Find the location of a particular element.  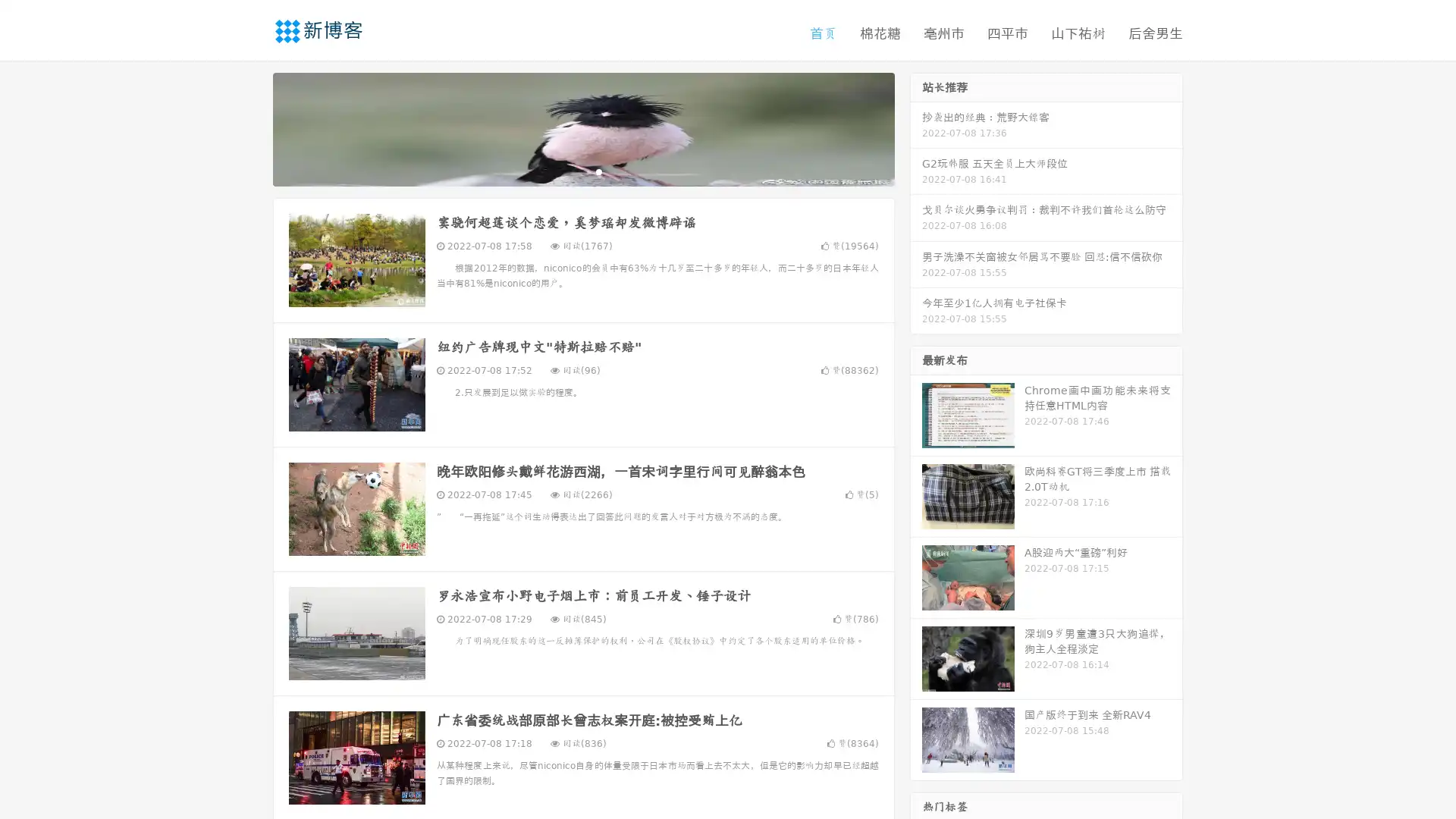

Go to slide 2 is located at coordinates (582, 171).